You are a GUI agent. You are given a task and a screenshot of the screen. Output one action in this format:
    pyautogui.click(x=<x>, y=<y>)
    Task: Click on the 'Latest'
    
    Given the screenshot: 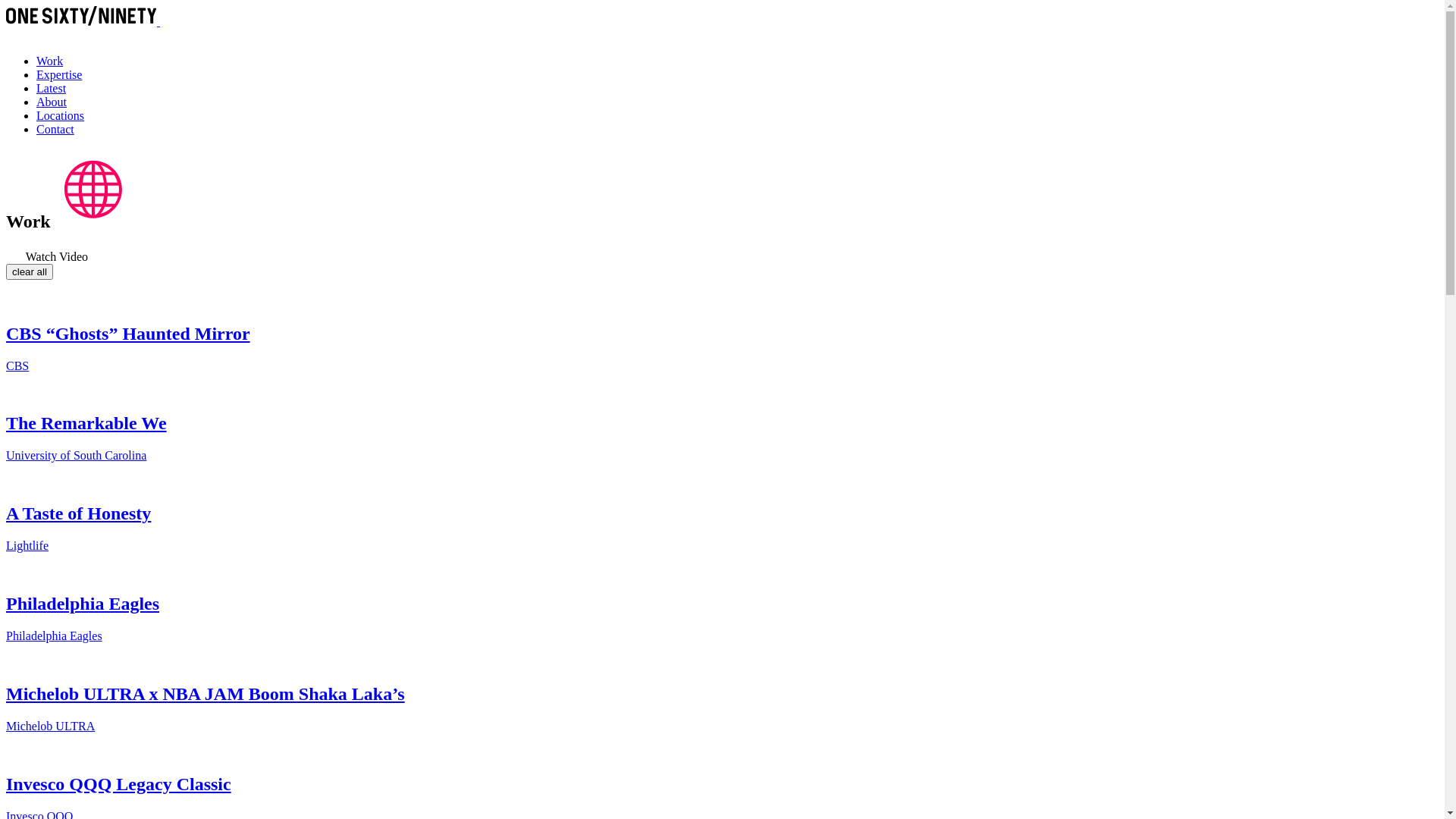 What is the action you would take?
    pyautogui.click(x=51, y=88)
    